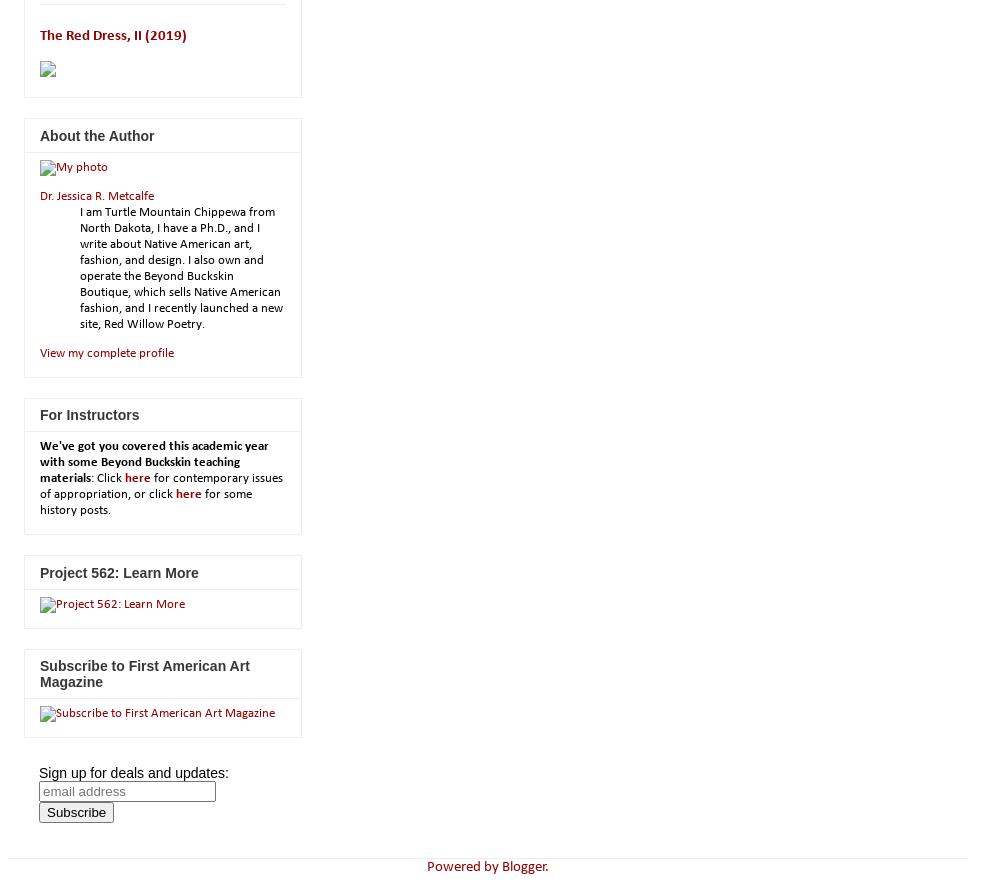 This screenshot has width=984, height=884. What do you see at coordinates (161, 485) in the screenshot?
I see `'for contemporary issues of appropriation, or click'` at bounding box center [161, 485].